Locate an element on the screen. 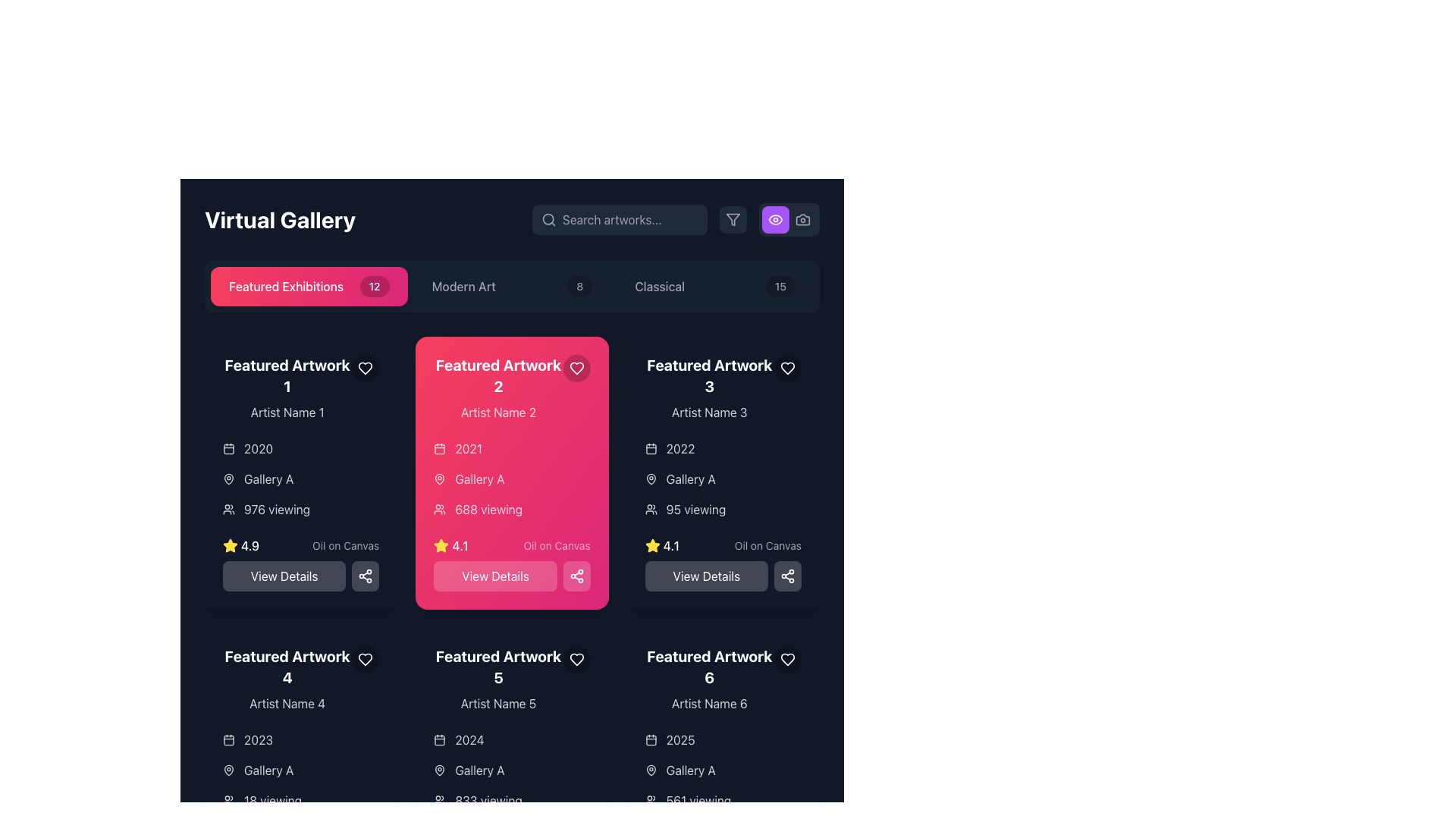  the static text display that shows the number of viewers for the artwork next to the group icon in the lower left of the 'Featured Artwork 1' card is located at coordinates (277, 509).